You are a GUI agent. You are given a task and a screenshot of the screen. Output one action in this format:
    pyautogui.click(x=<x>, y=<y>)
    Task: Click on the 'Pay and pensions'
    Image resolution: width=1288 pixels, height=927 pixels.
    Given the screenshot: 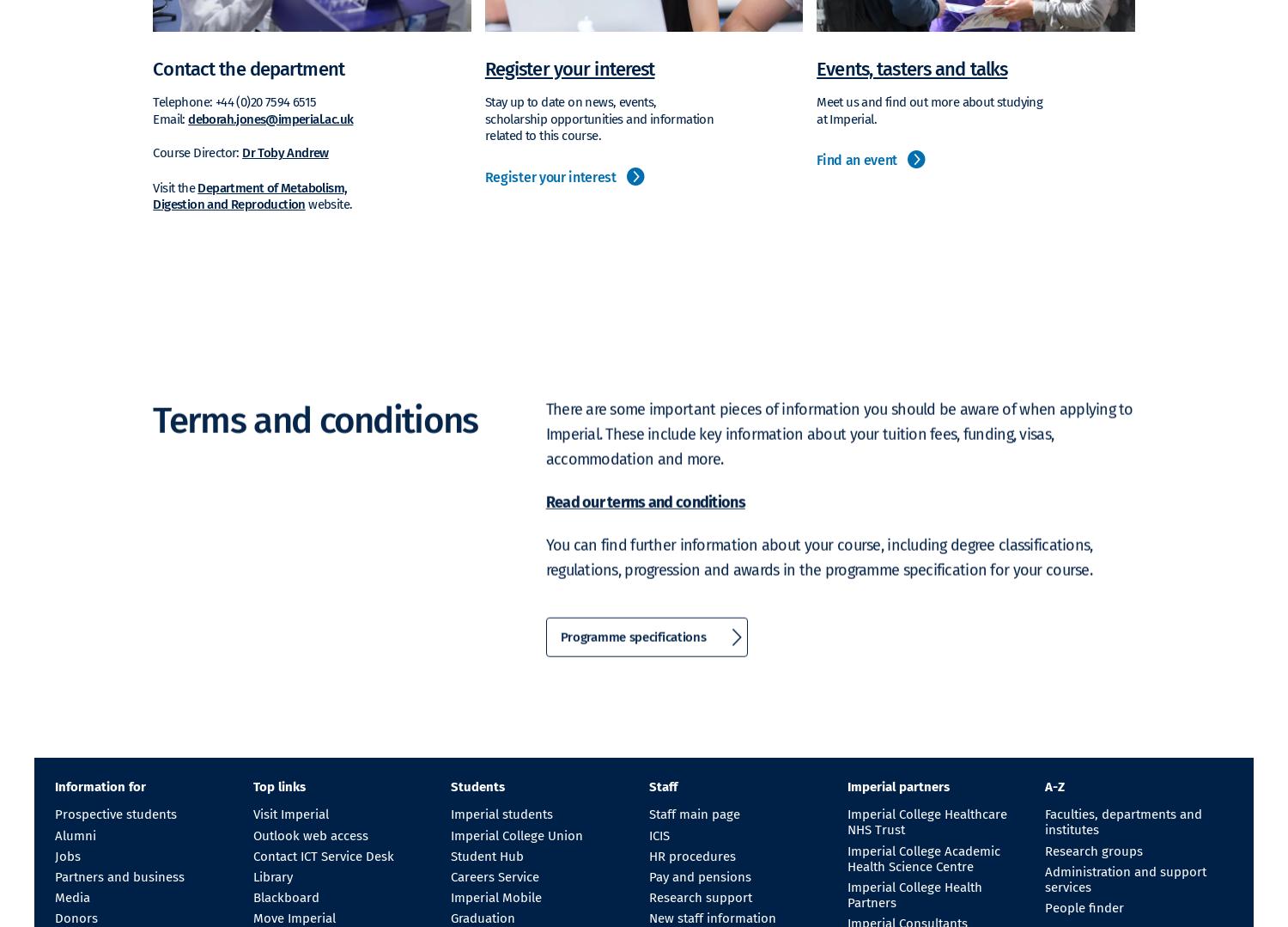 What is the action you would take?
    pyautogui.click(x=698, y=875)
    